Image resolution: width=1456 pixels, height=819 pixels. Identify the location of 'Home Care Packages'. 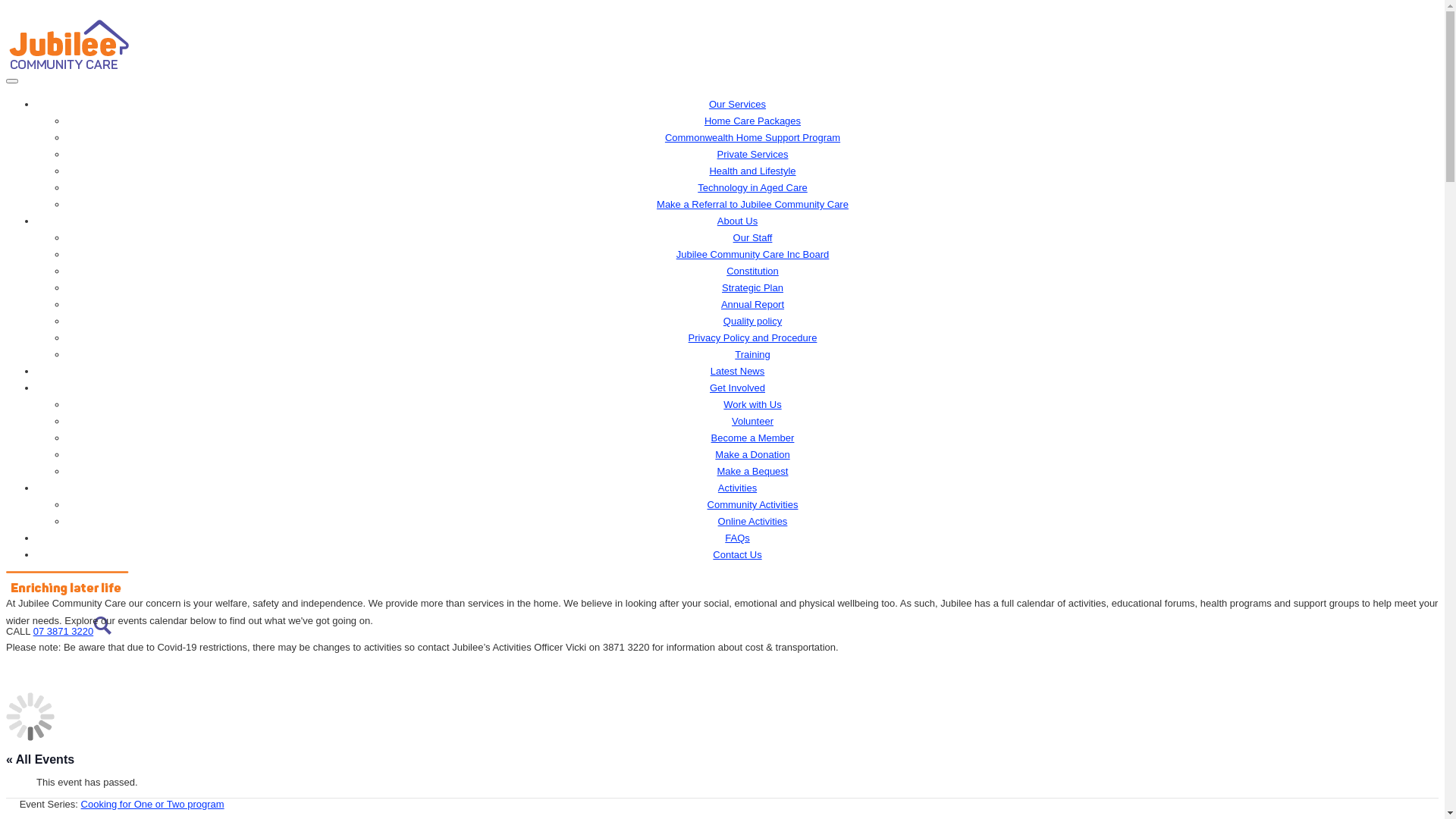
(752, 120).